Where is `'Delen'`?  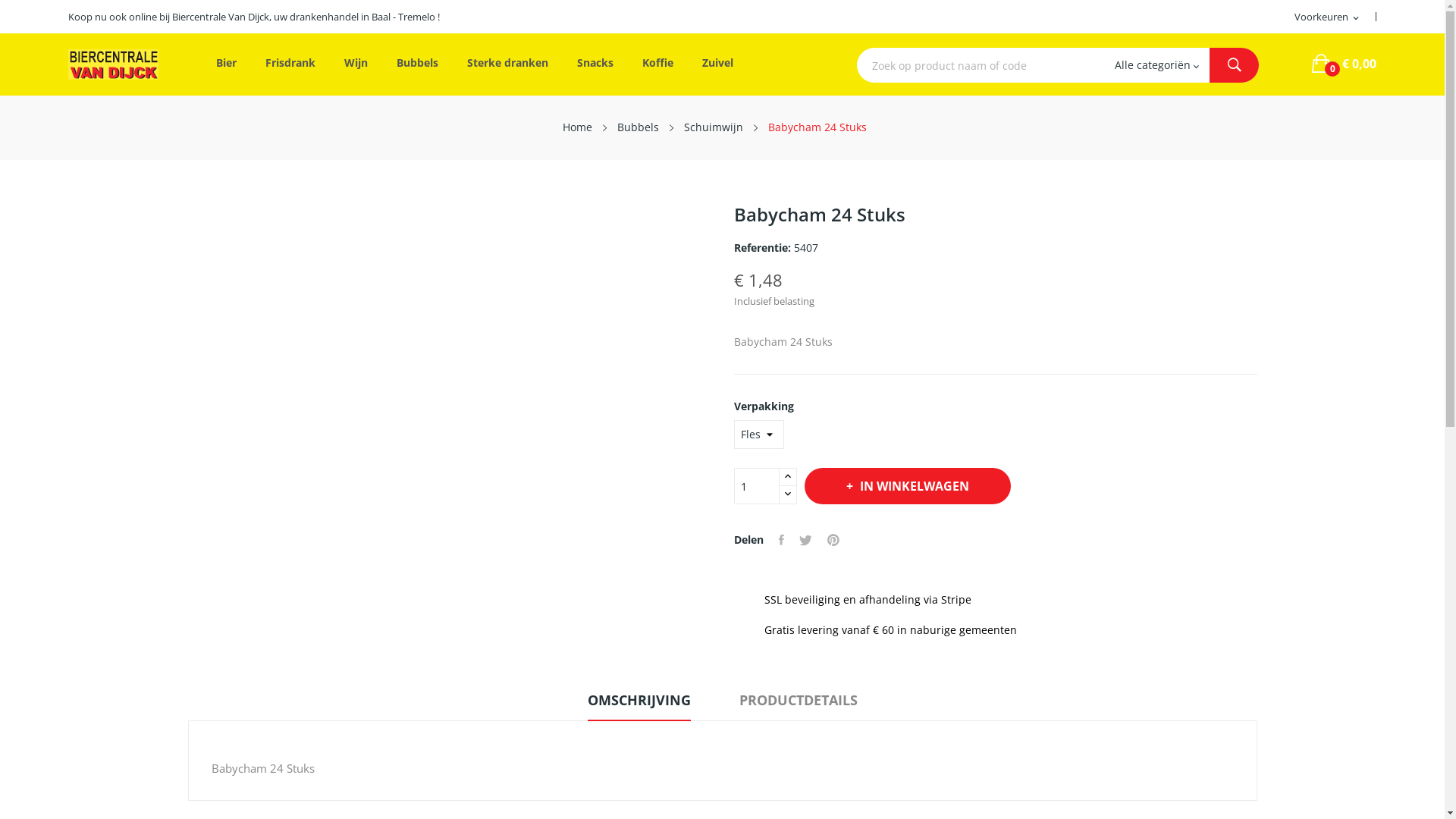
'Delen' is located at coordinates (780, 539).